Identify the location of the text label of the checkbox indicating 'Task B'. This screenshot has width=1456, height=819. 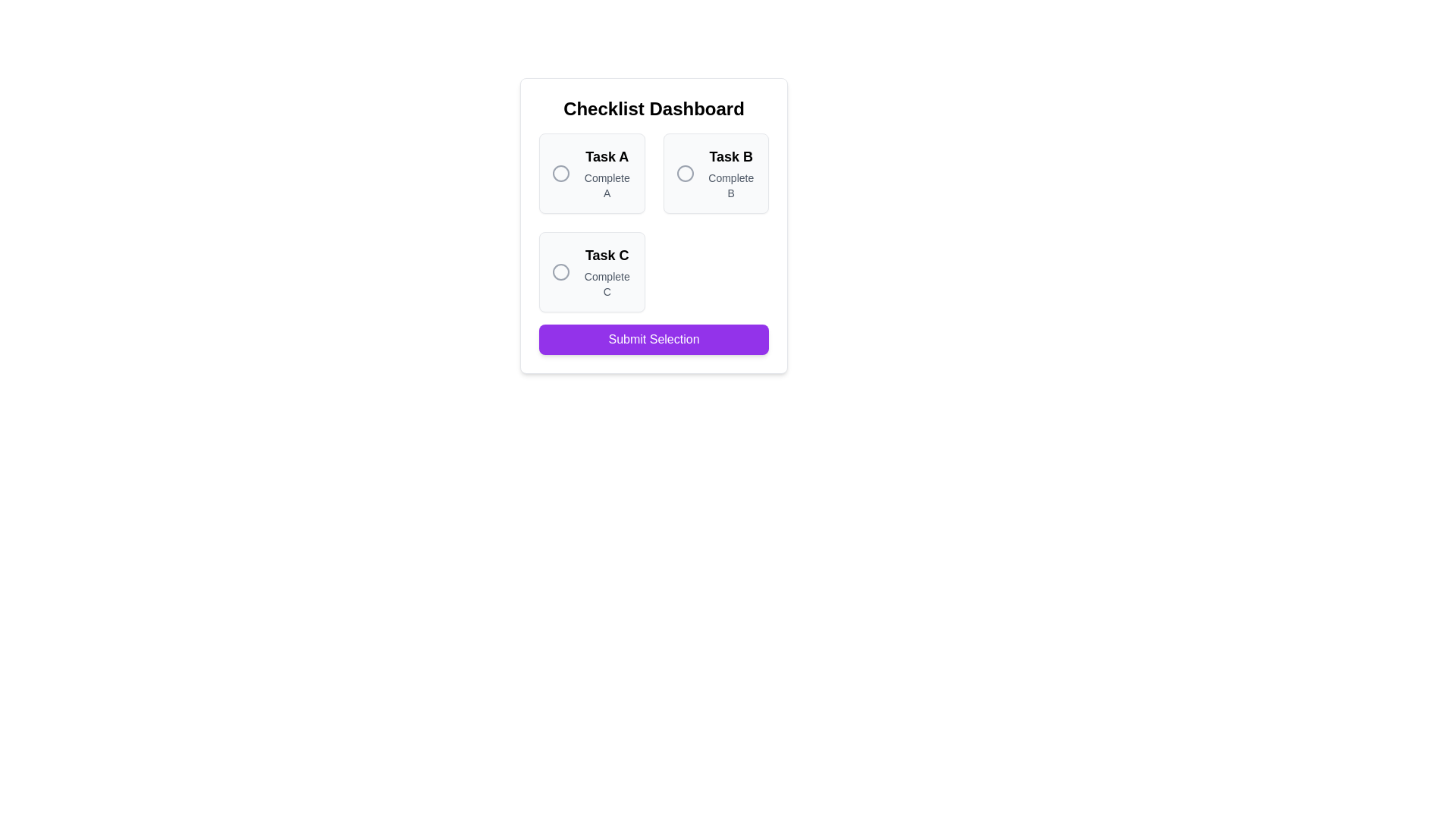
(715, 172).